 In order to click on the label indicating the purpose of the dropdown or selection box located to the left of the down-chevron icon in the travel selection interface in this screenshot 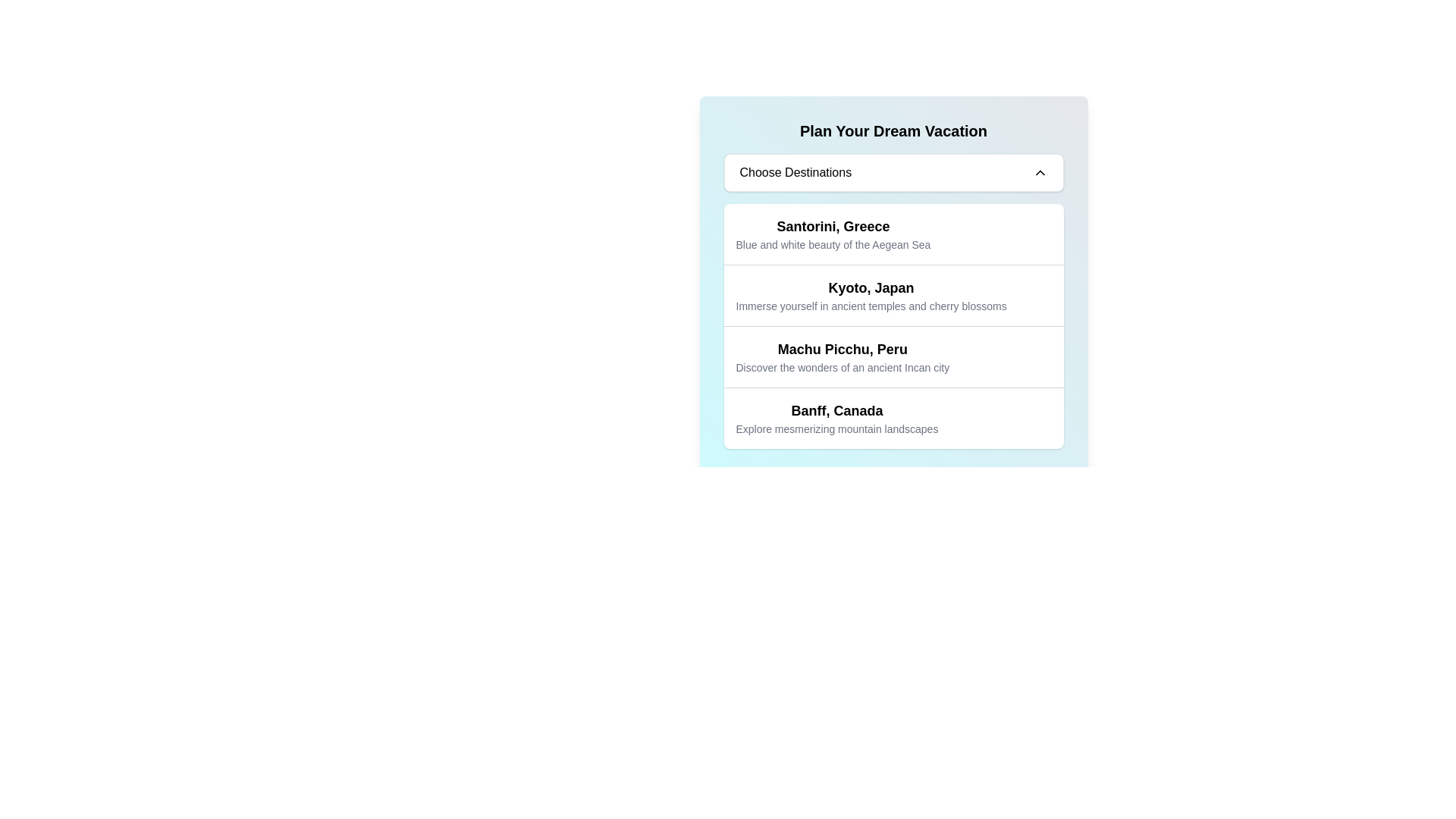, I will do `click(795, 171)`.